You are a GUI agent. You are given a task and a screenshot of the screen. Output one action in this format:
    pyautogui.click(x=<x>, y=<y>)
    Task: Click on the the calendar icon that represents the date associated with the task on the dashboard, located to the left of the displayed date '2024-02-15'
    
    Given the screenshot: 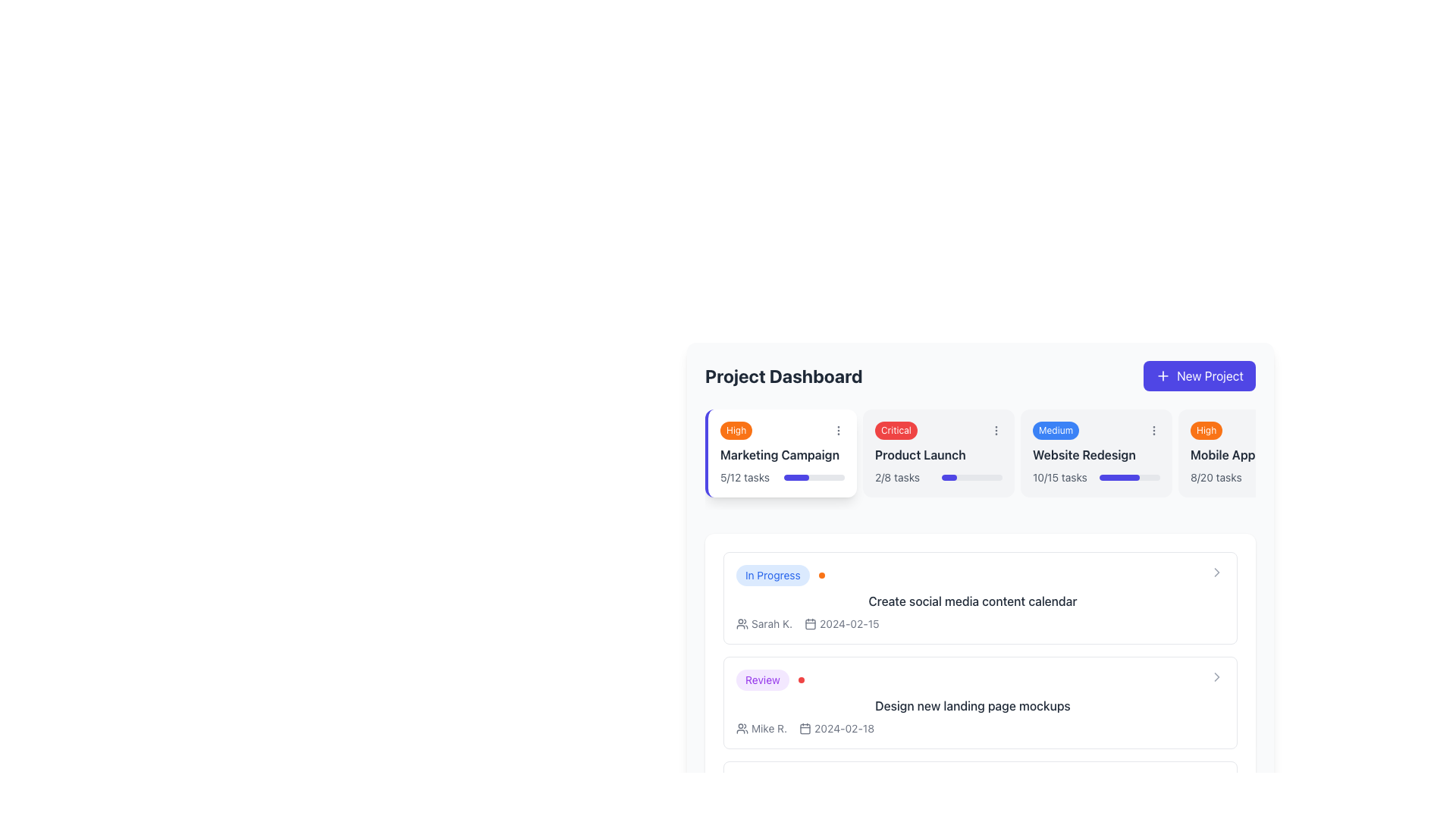 What is the action you would take?
    pyautogui.click(x=810, y=623)
    